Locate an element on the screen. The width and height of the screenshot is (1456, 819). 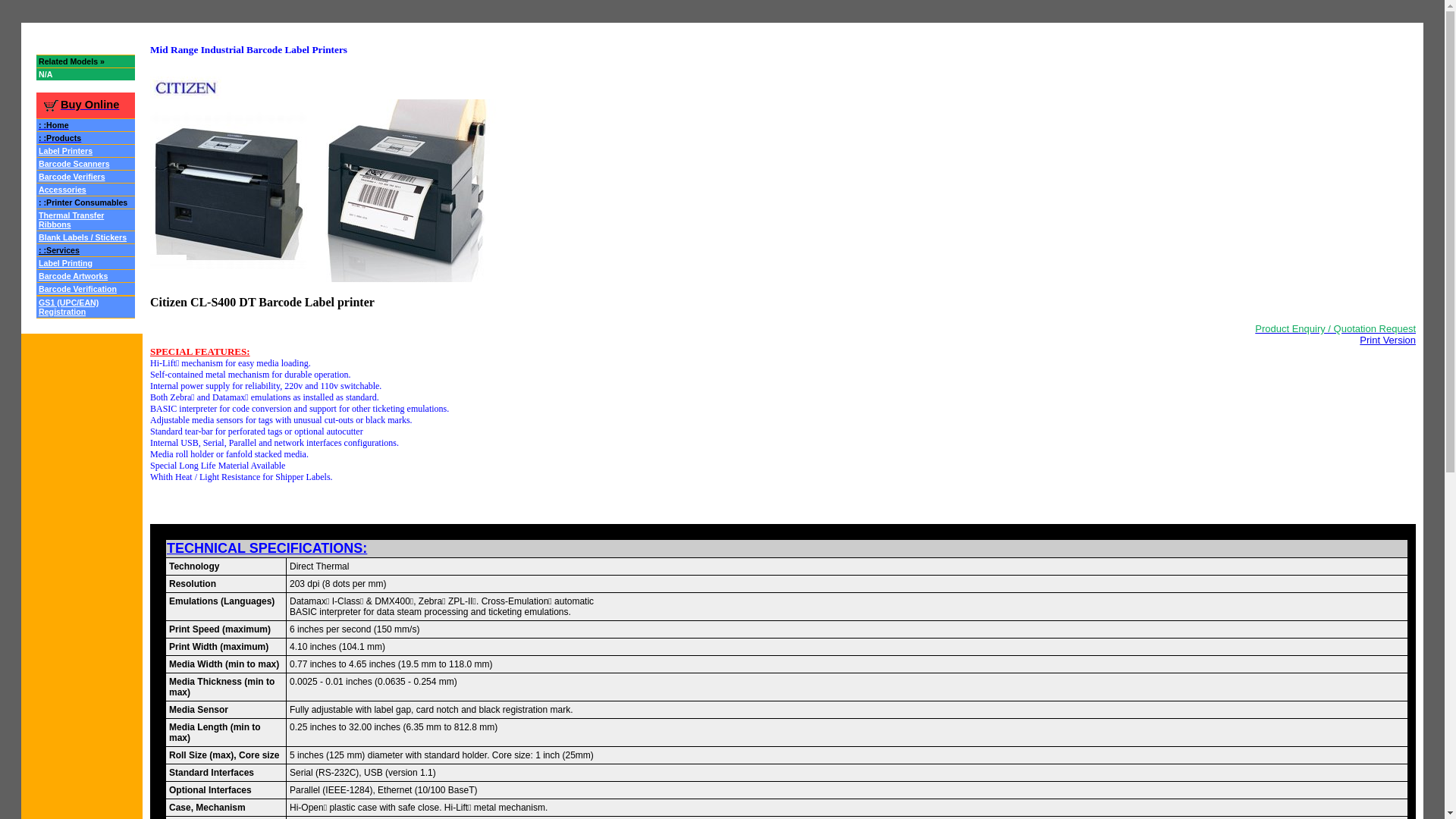
'Barcode Artworks' is located at coordinates (72, 275).